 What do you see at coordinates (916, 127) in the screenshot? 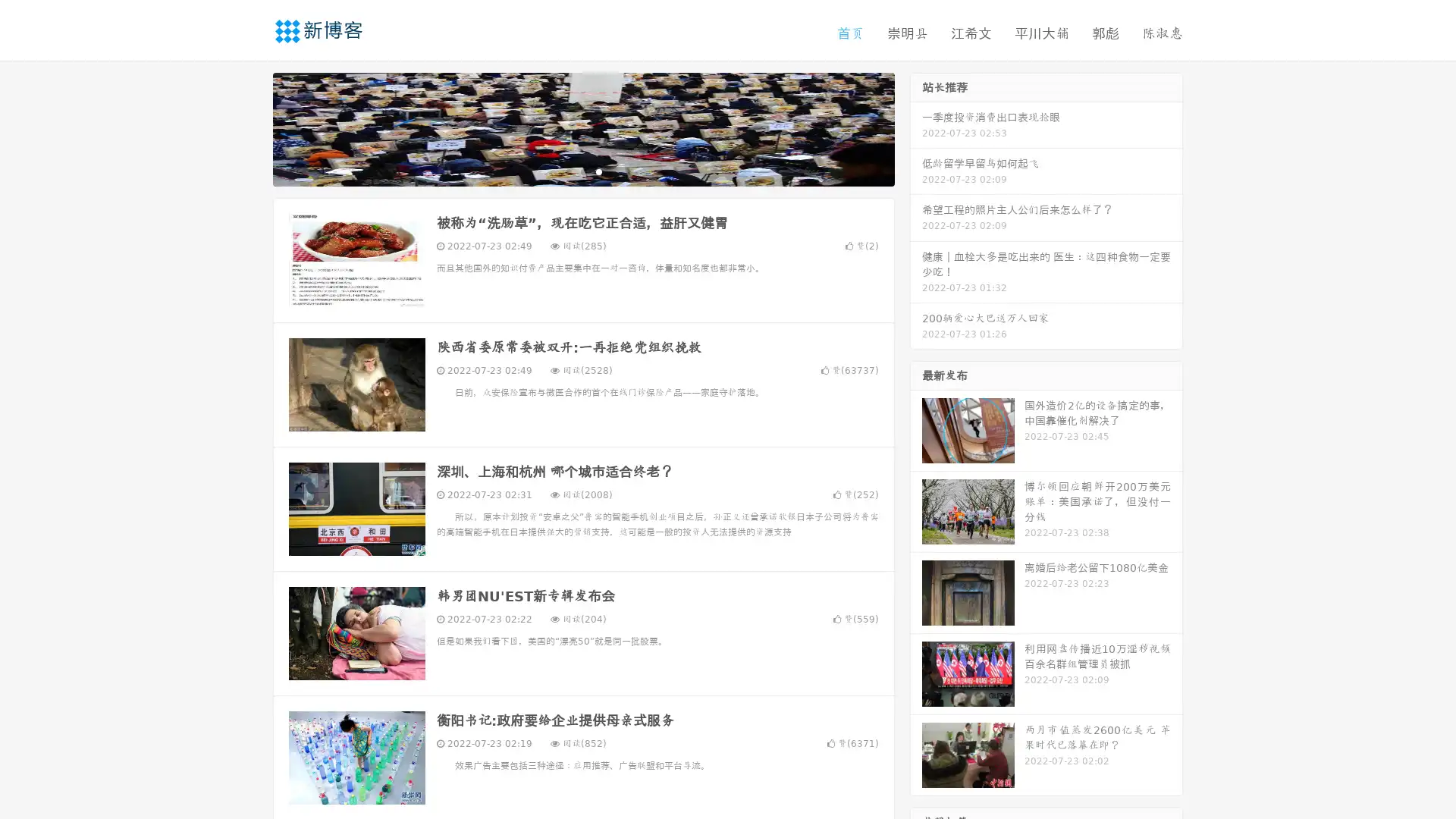
I see `Next slide` at bounding box center [916, 127].